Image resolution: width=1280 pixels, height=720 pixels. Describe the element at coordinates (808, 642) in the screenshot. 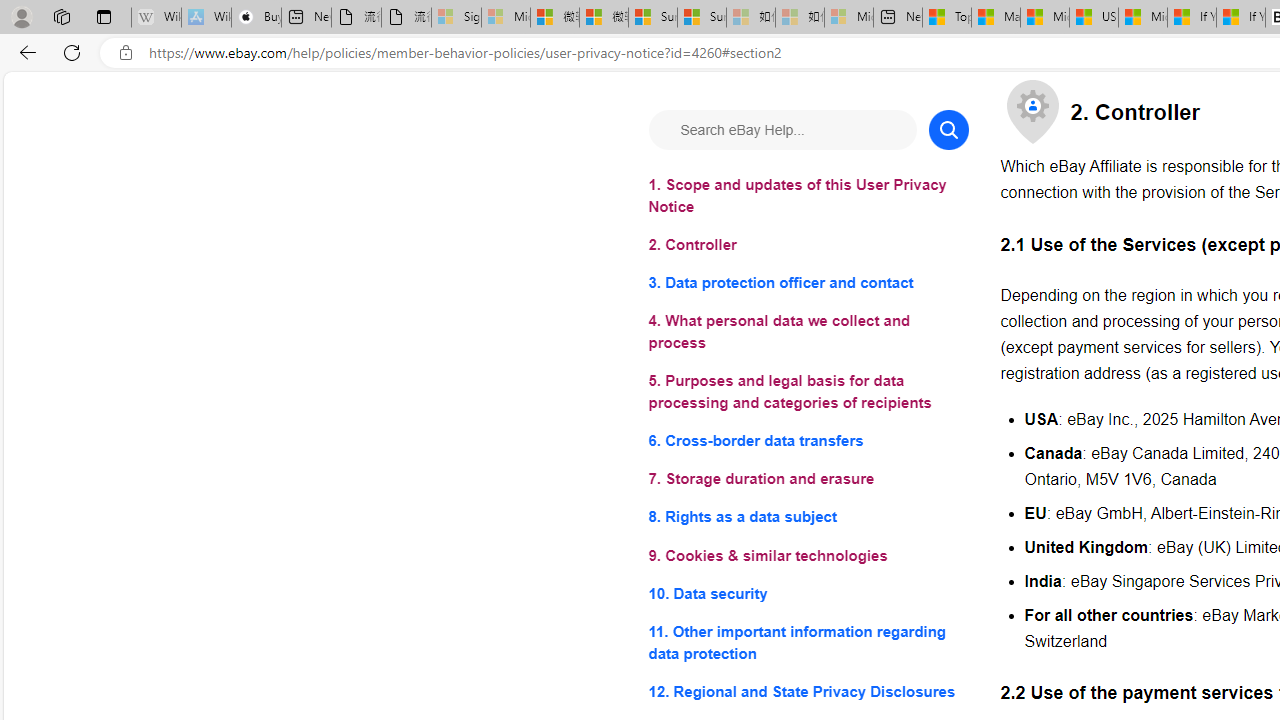

I see `'11. Other important information regarding data protection'` at that location.